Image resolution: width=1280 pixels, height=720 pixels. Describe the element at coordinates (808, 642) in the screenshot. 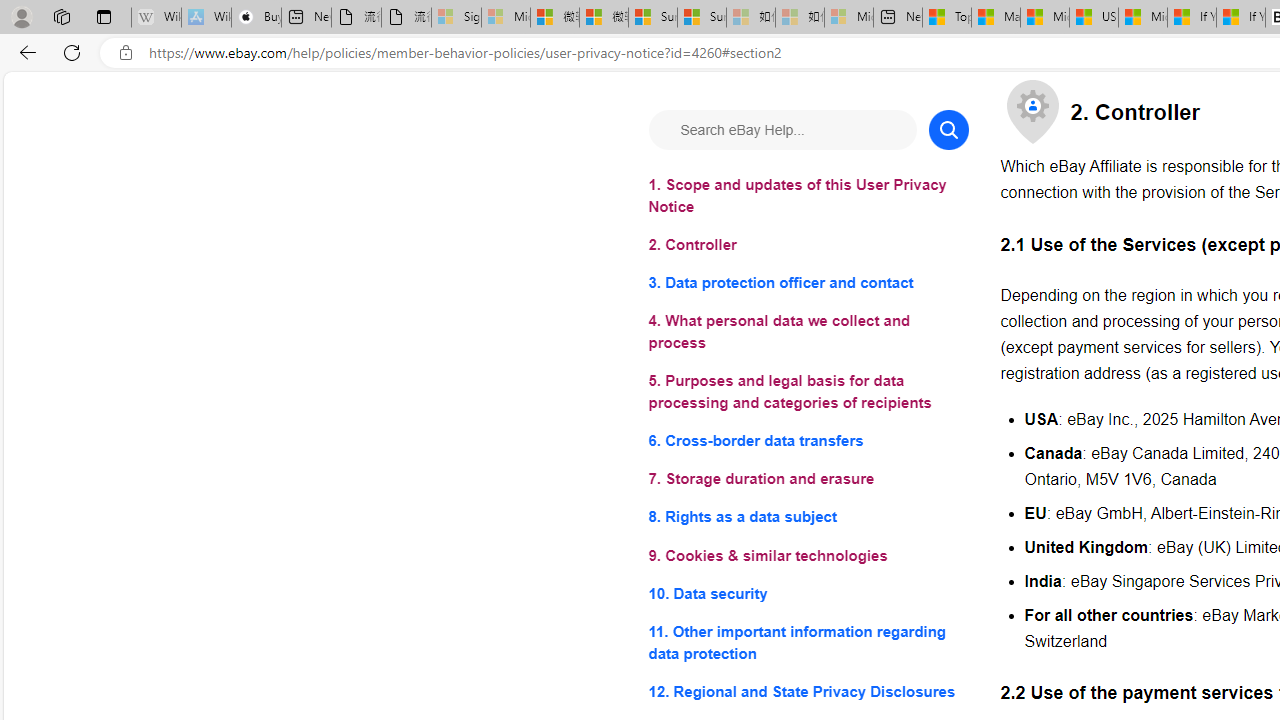

I see `'11. Other important information regarding data protection'` at that location.